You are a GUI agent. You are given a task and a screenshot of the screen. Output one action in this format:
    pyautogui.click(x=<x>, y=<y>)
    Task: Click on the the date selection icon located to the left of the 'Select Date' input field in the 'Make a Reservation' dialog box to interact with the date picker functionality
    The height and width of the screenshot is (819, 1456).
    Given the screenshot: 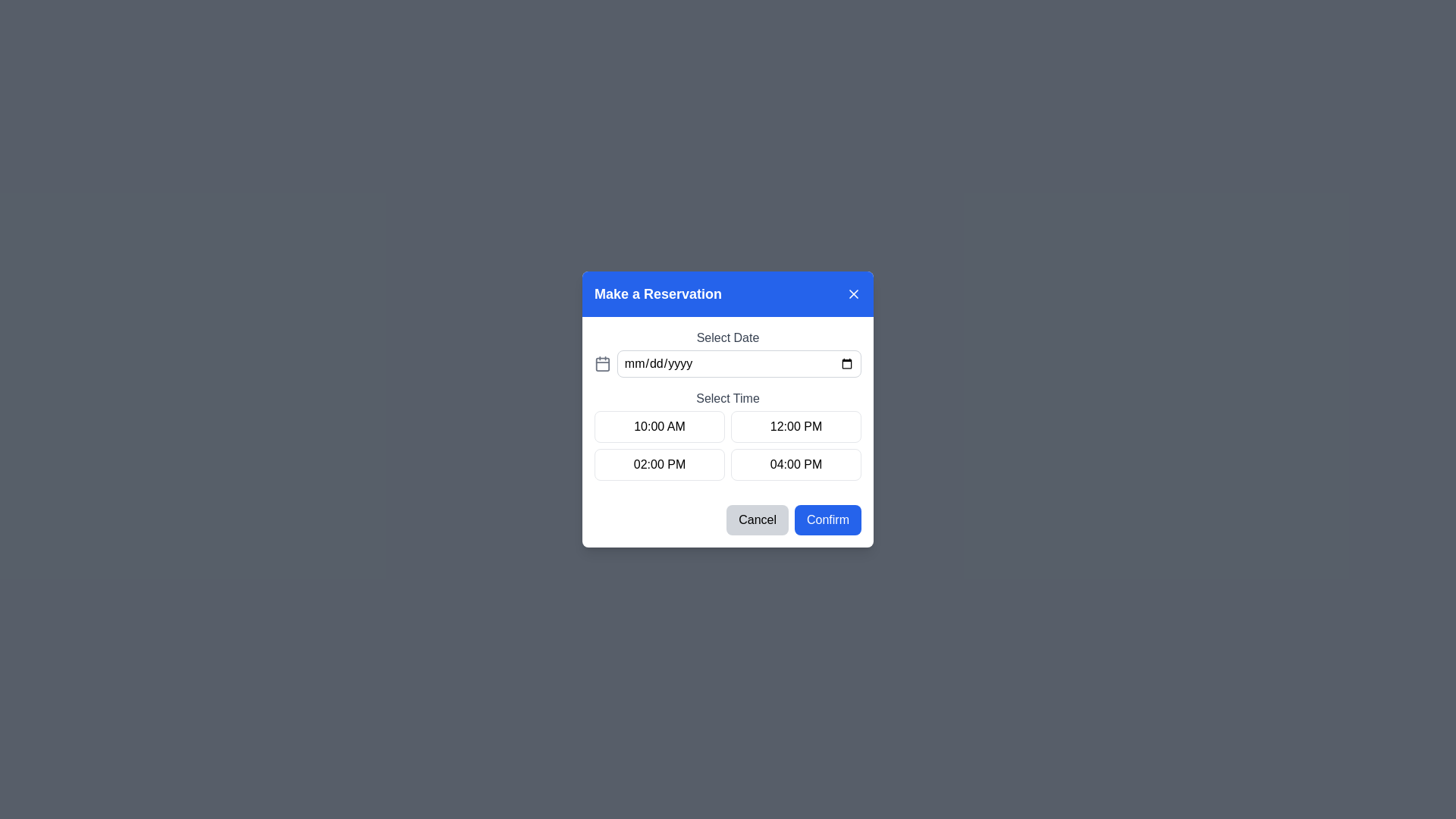 What is the action you would take?
    pyautogui.click(x=601, y=363)
    